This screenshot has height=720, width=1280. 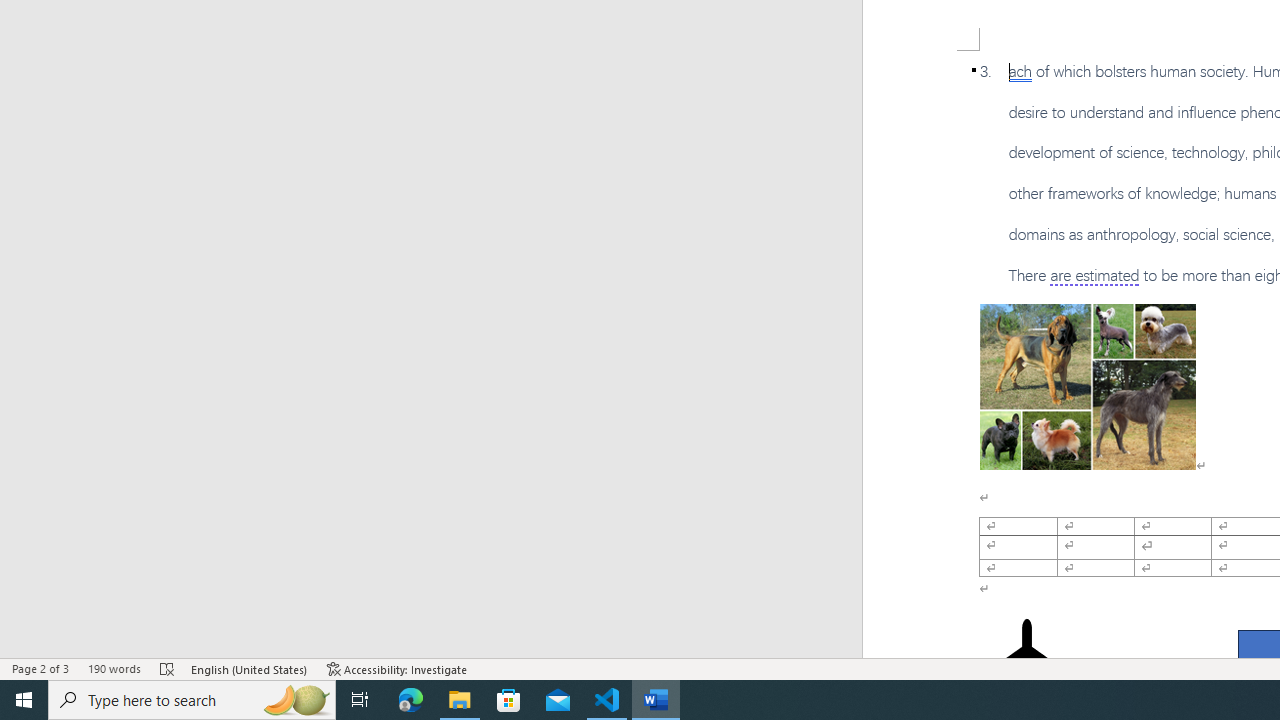 What do you see at coordinates (249, 669) in the screenshot?
I see `'Language English (United States)'` at bounding box center [249, 669].